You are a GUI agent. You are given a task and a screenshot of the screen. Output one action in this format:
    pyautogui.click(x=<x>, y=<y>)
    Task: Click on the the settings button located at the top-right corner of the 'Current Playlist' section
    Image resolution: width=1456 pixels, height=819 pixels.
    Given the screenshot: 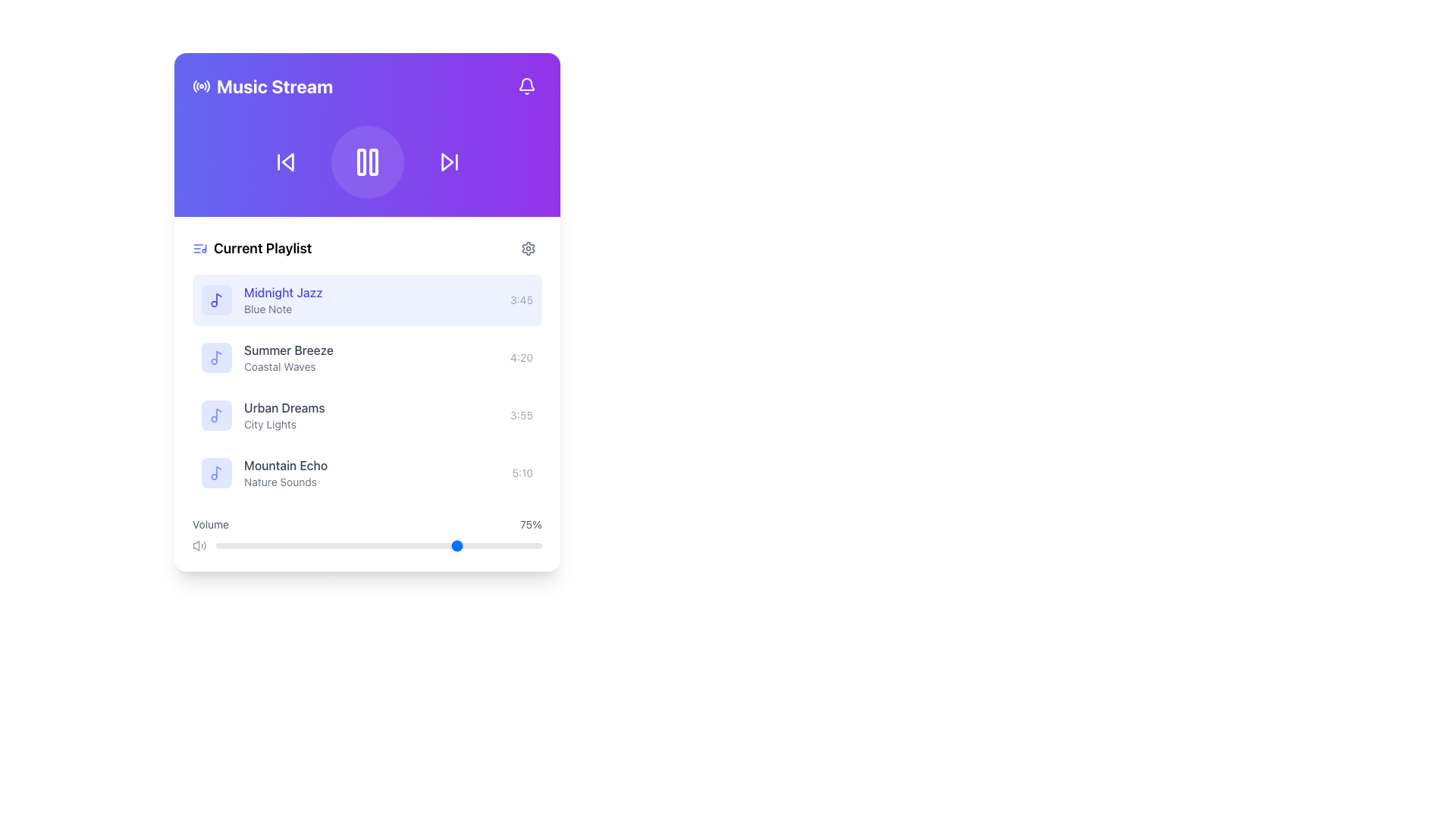 What is the action you would take?
    pyautogui.click(x=528, y=247)
    